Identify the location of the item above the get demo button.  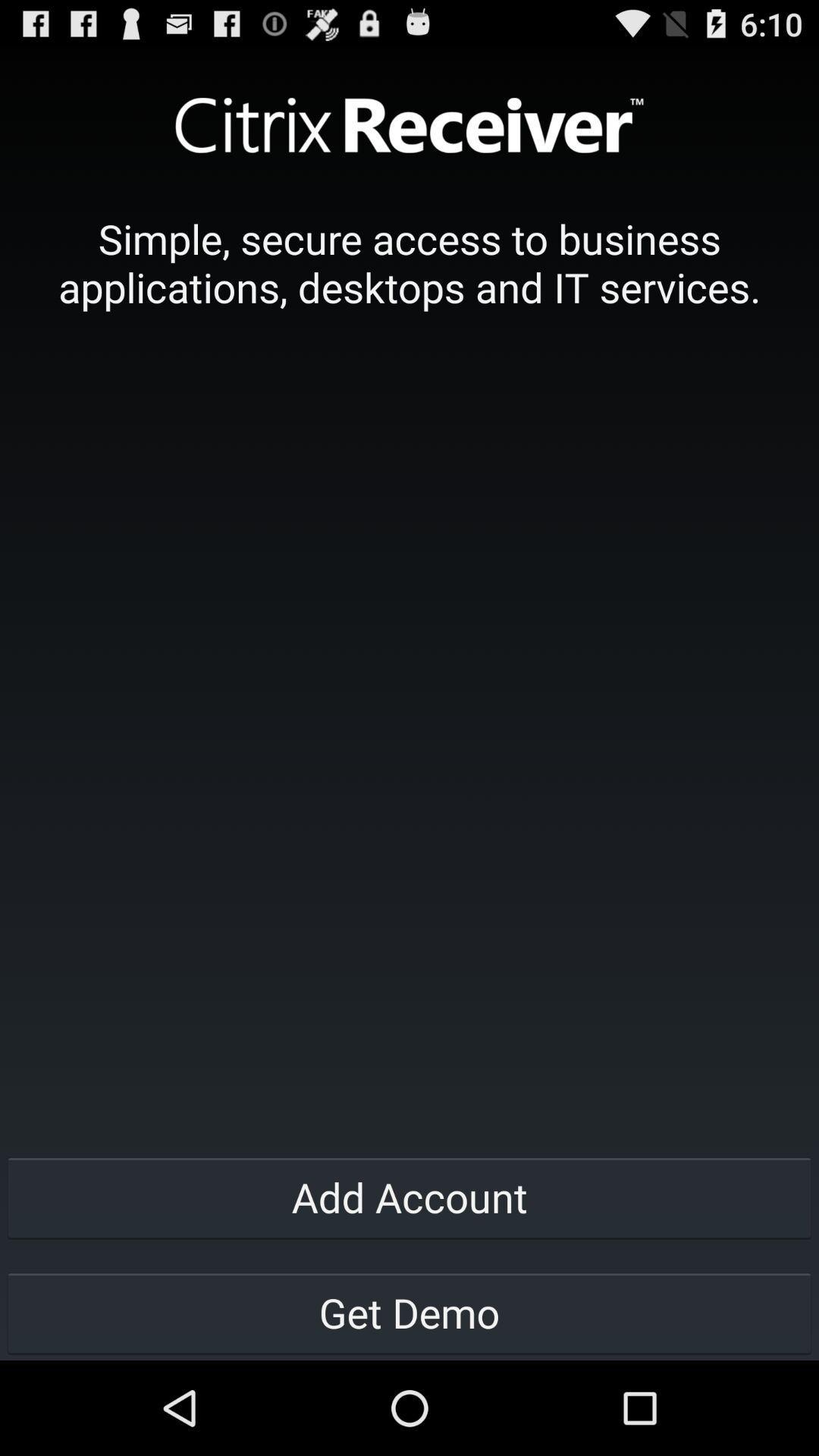
(409, 1196).